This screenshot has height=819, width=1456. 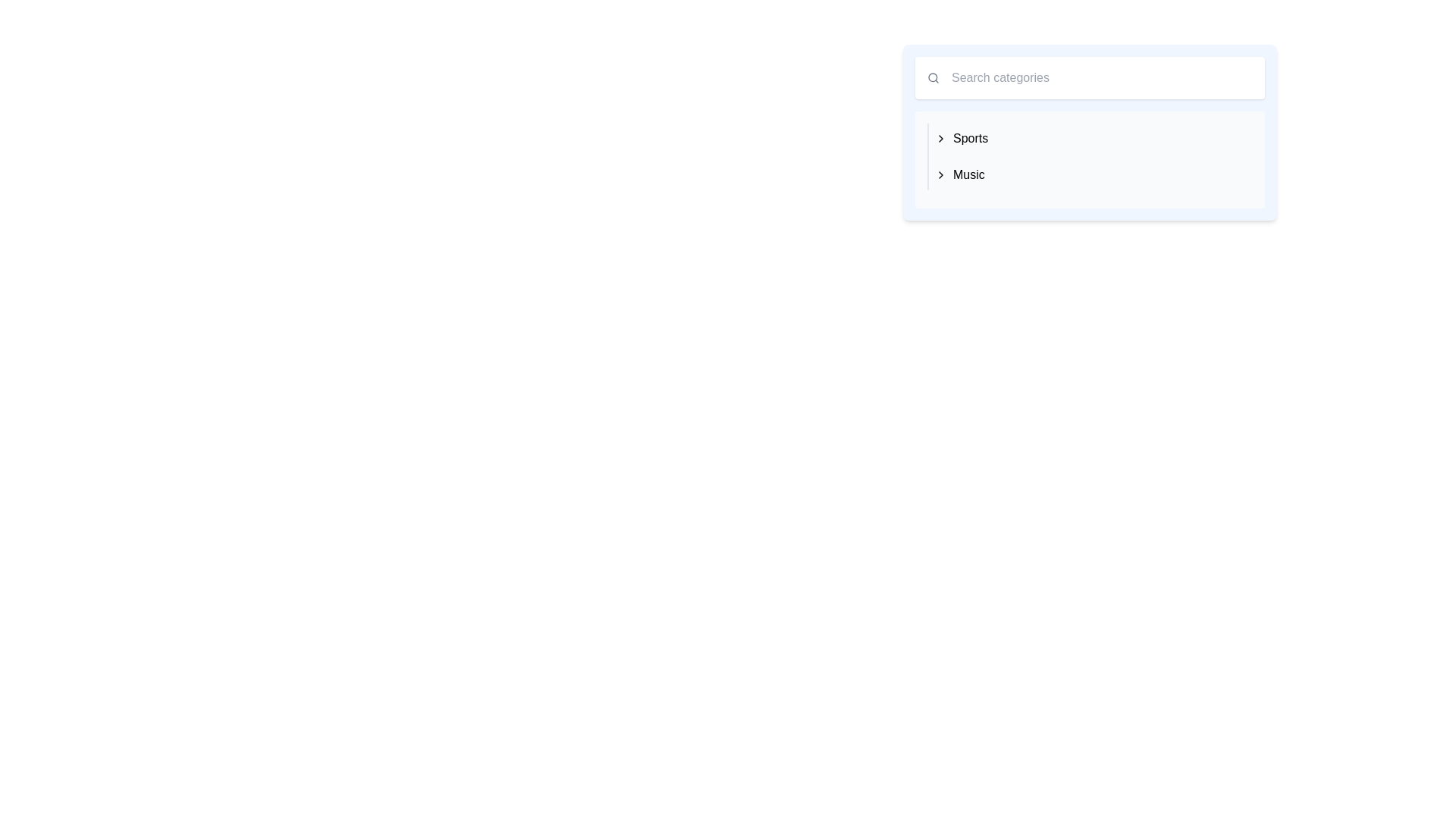 What do you see at coordinates (971, 138) in the screenshot?
I see `on the first text label within the vertical navigation menu that serves as a clickable list item for sports content` at bounding box center [971, 138].